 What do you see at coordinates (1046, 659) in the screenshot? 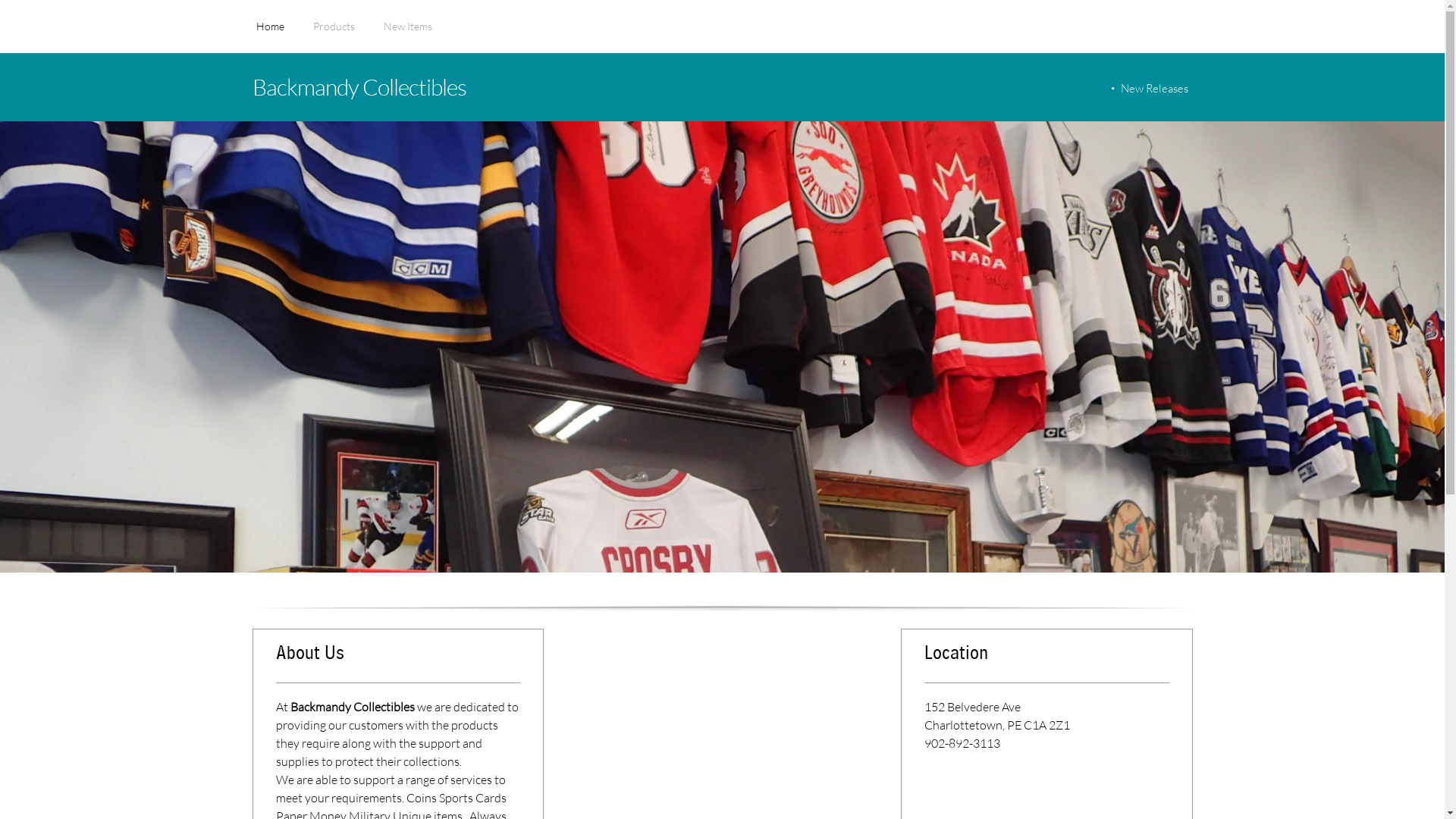
I see `'Location'` at bounding box center [1046, 659].